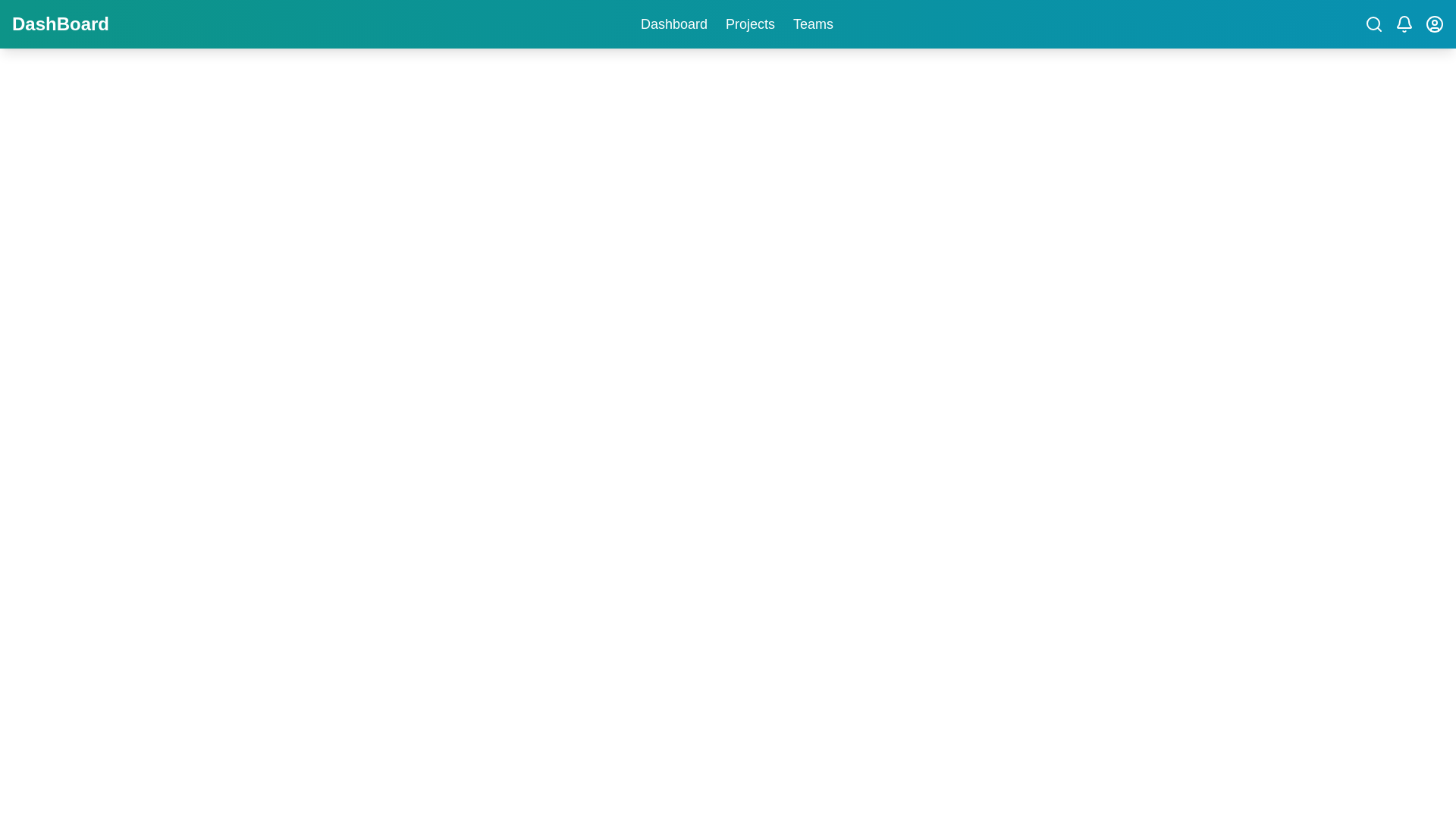 This screenshot has width=1456, height=819. I want to click on central circular SVG element within the search icon located in the top-right corner of the interface, so click(1373, 23).